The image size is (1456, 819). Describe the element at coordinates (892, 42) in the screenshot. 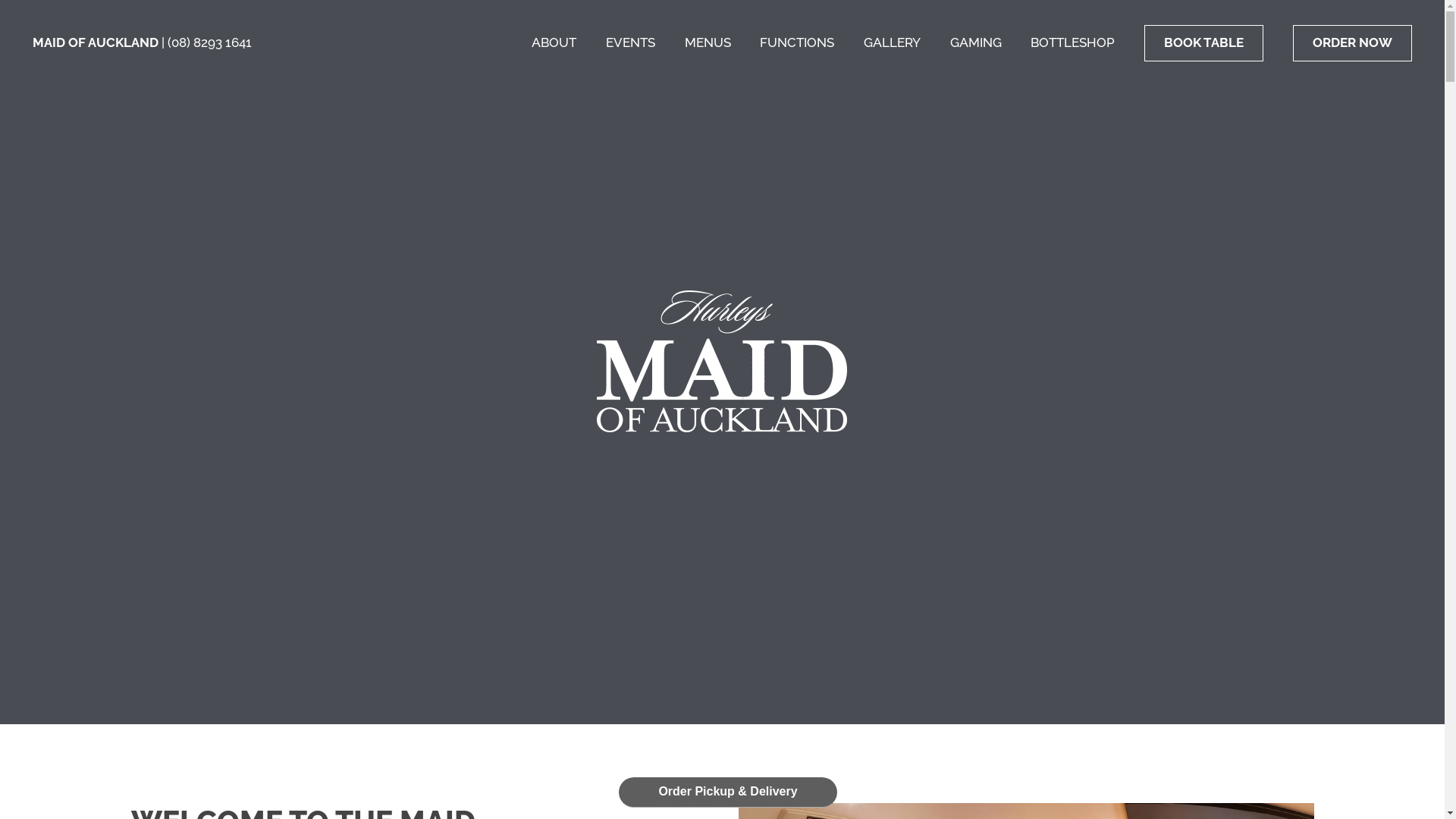

I see `'GALLERY'` at that location.